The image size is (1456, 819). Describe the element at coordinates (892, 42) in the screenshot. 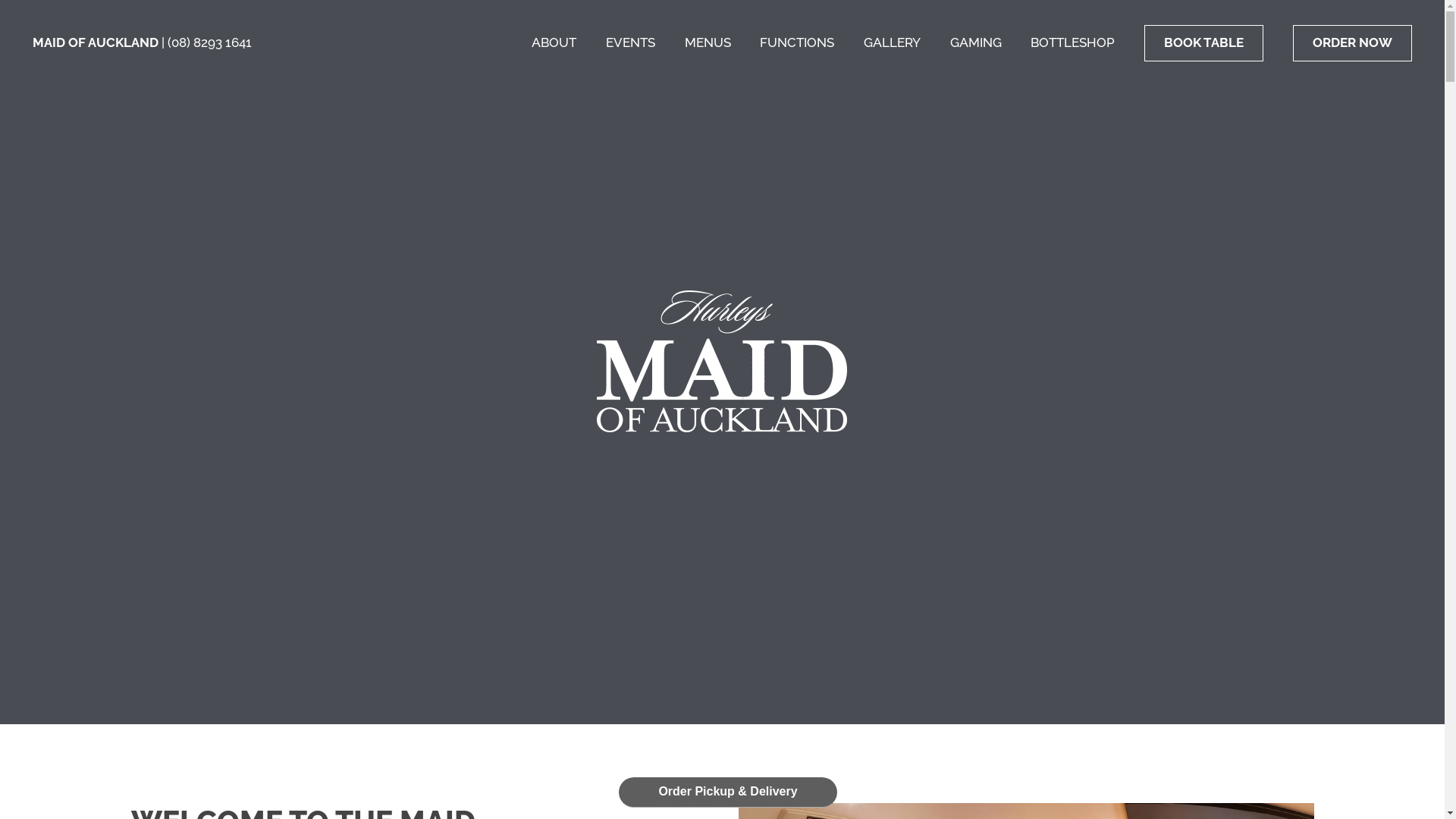

I see `'GALLERY'` at that location.